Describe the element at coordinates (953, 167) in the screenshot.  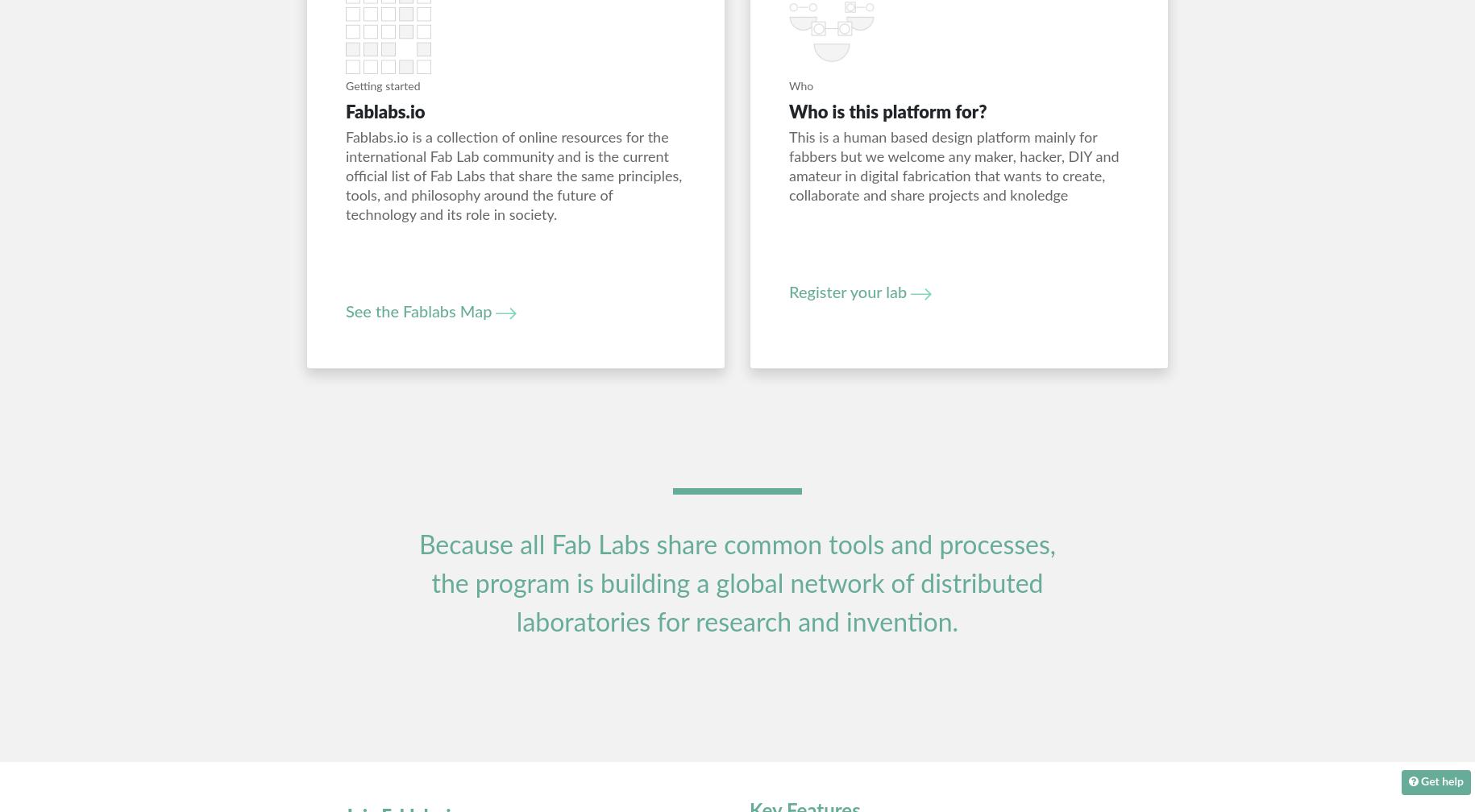
I see `'This is a human based design platform mainly for fabbers but we welcome any maker, hacker, DIY and amateur in digital fabrication that wants to create, collaborate and share projects and knoledge'` at that location.